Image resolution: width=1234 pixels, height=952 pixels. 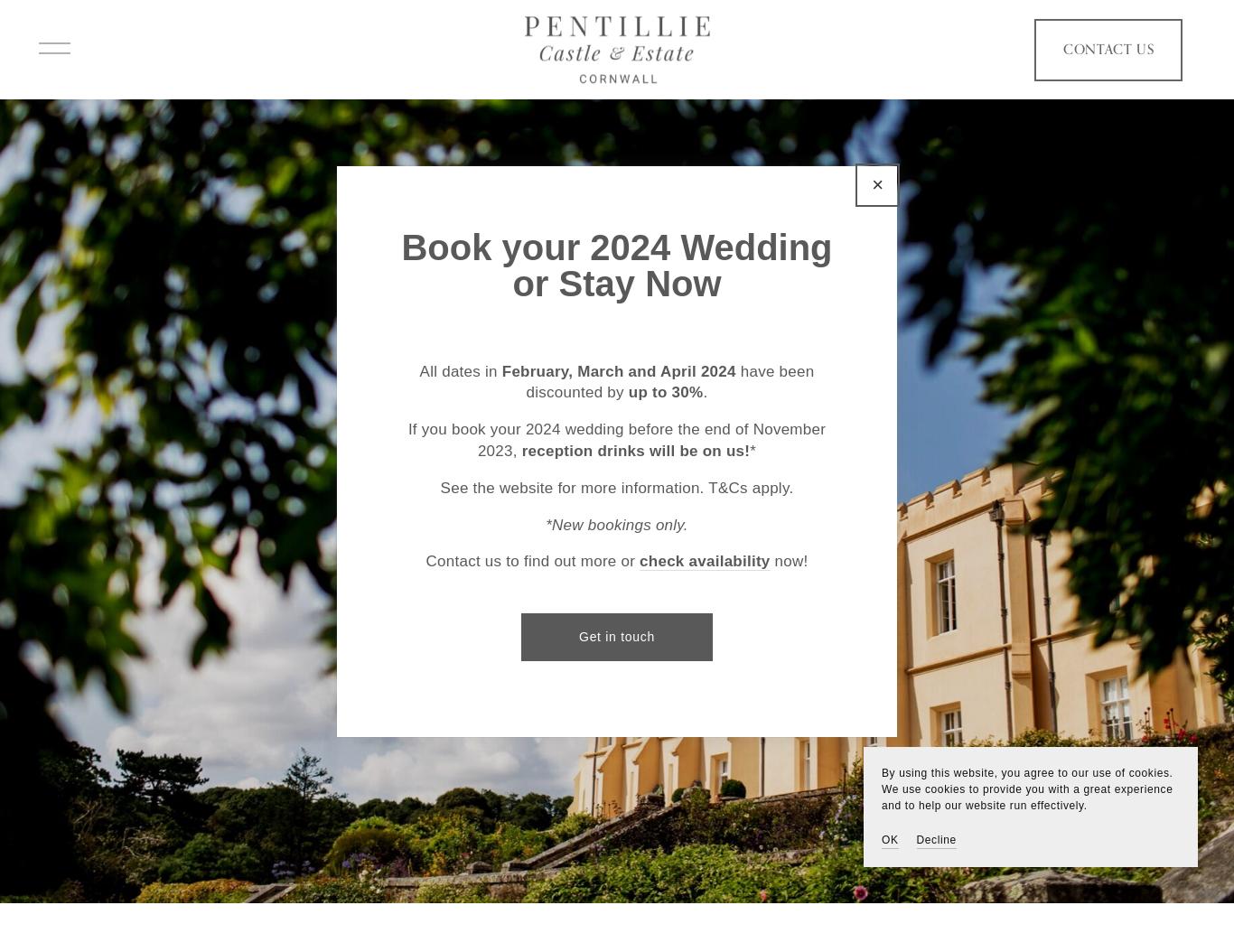 What do you see at coordinates (617, 524) in the screenshot?
I see `'Exclusively Yours'` at bounding box center [617, 524].